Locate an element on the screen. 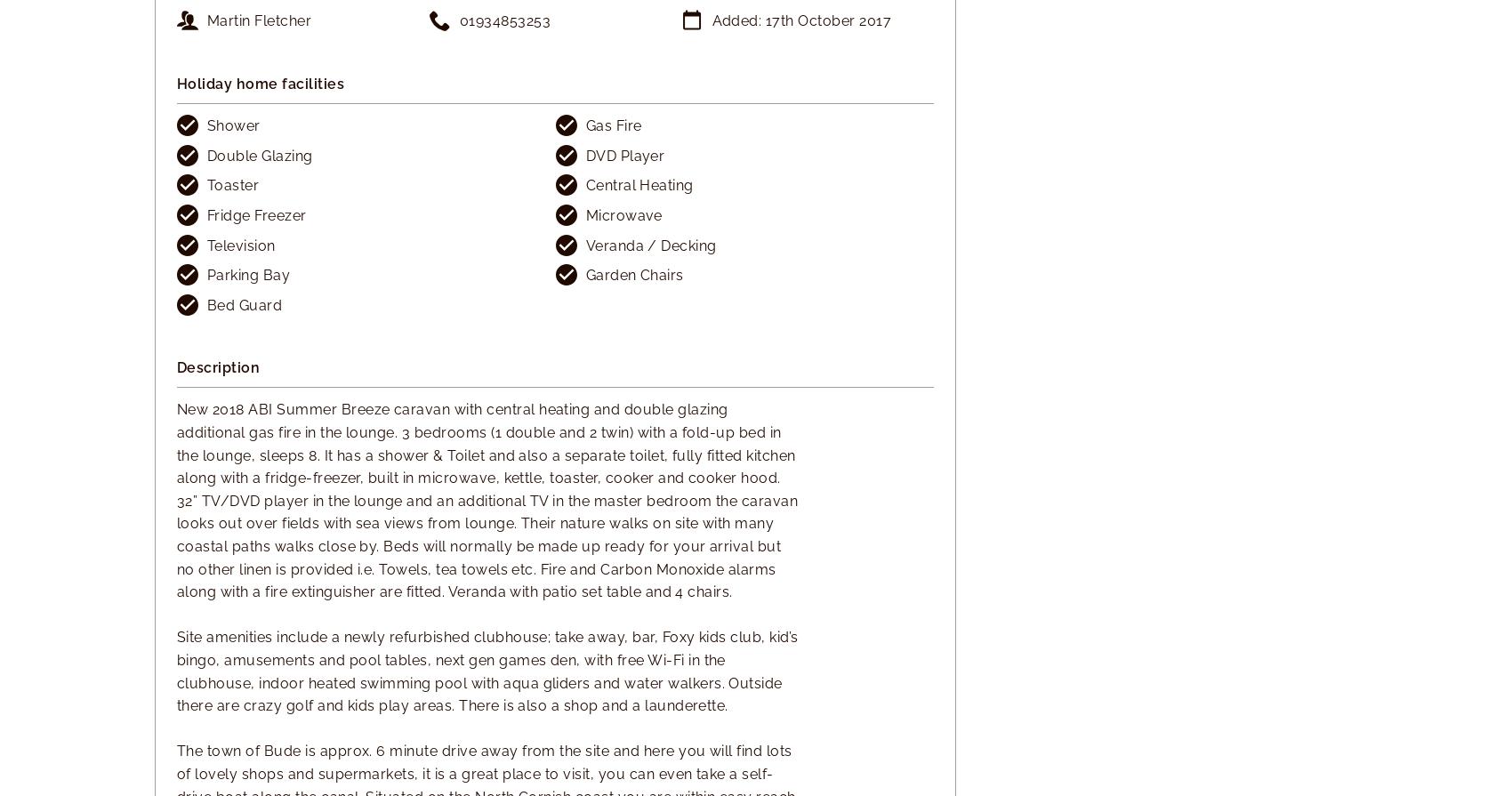  'Fridge Freezer' is located at coordinates (256, 214).